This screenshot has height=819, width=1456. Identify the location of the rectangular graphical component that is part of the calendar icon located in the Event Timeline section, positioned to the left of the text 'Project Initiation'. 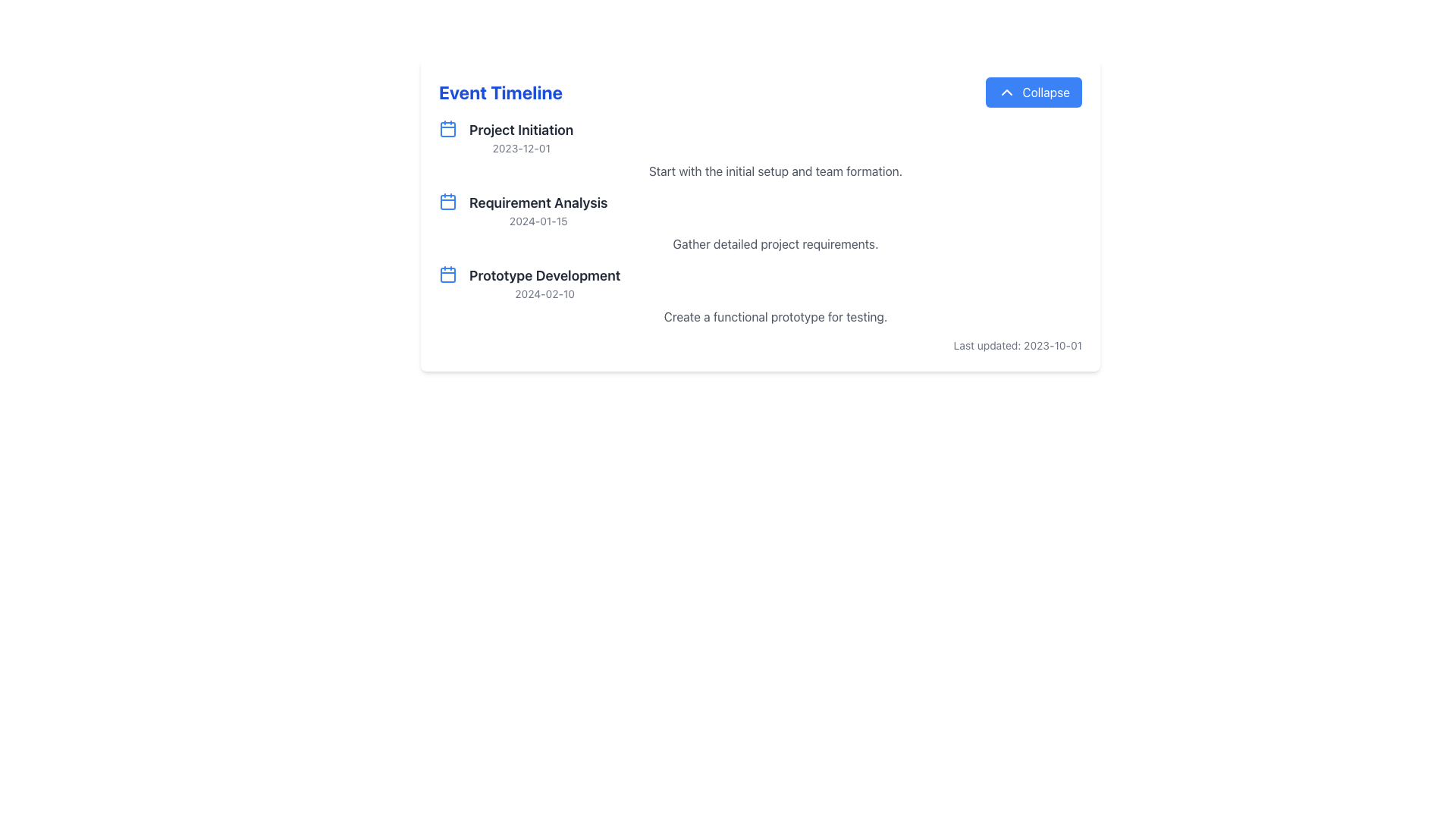
(447, 128).